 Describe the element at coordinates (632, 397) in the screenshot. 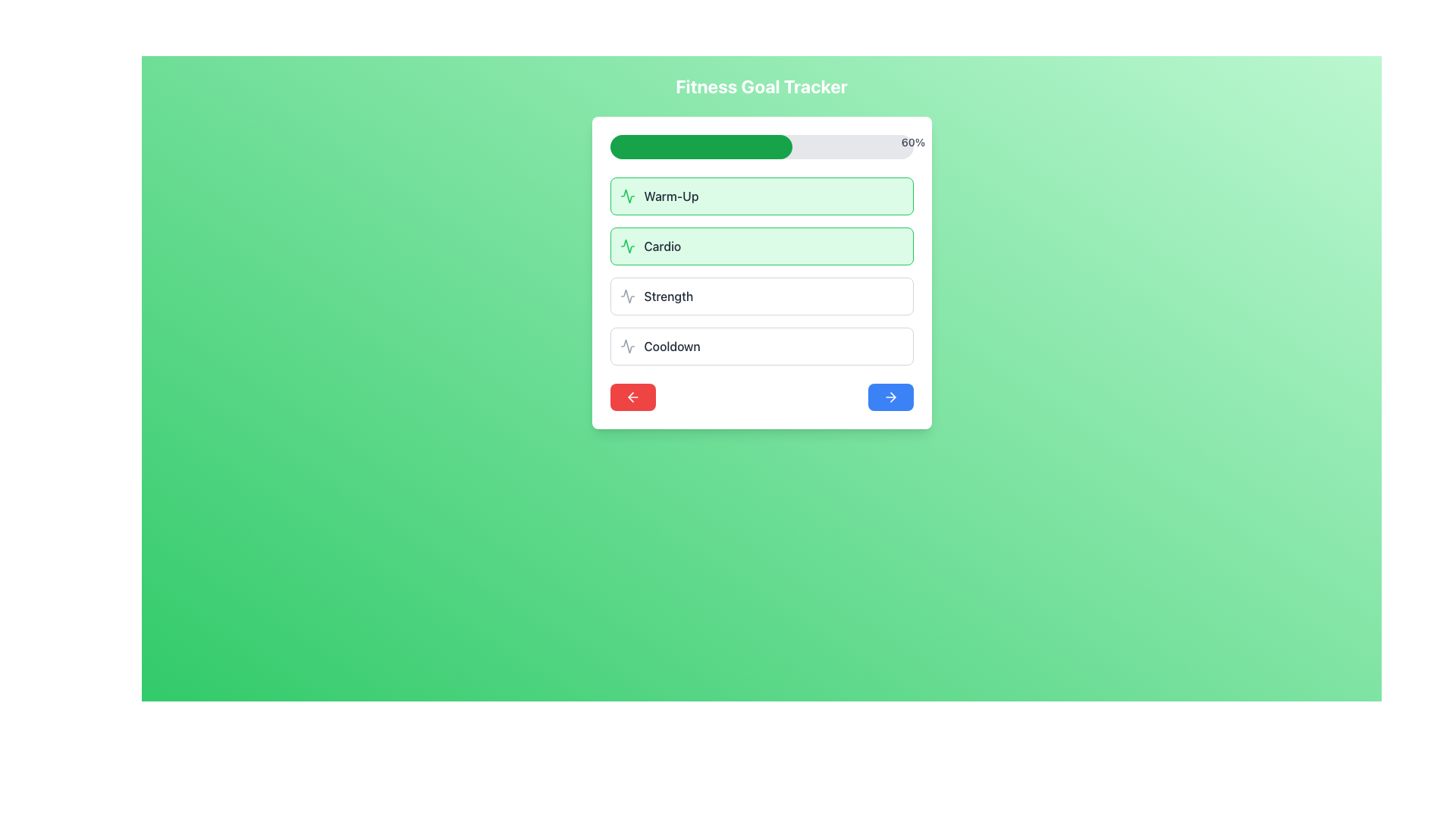

I see `the red rectangular button with rounded corners that features a left-pointing arrow icon, located at the lower-left side of the interface's main card layout` at that location.